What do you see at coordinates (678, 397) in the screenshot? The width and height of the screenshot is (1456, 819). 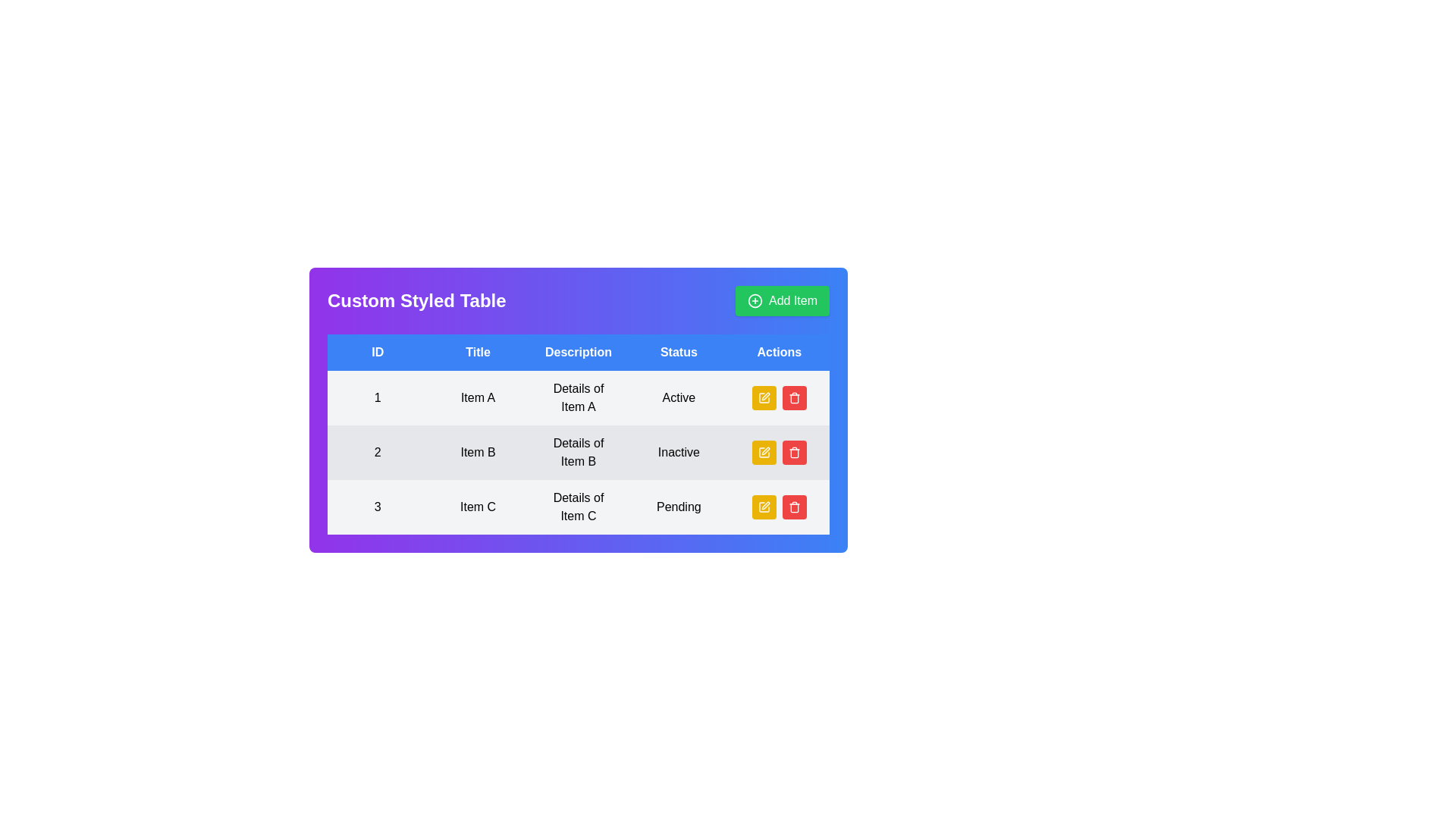 I see `the table cell containing the text 'Active' in the first row under the 'Status' column` at bounding box center [678, 397].